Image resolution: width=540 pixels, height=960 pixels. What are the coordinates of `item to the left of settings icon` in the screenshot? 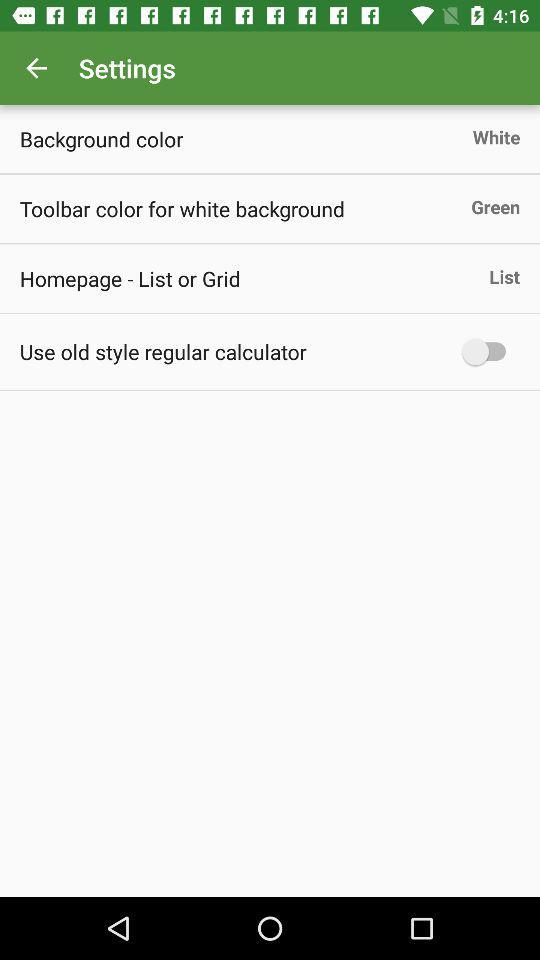 It's located at (36, 68).